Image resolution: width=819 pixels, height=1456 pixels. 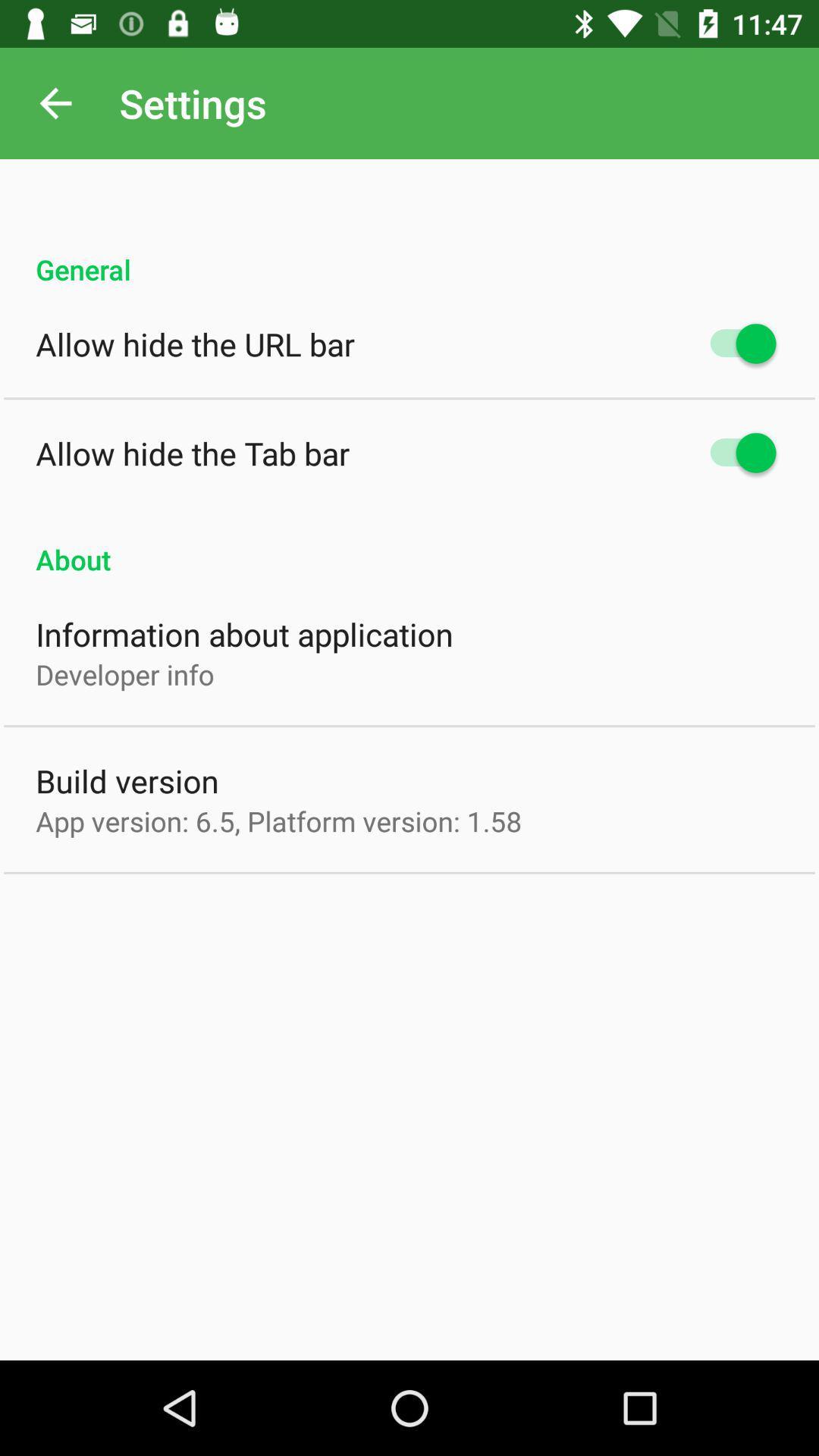 What do you see at coordinates (409, 253) in the screenshot?
I see `general icon` at bounding box center [409, 253].